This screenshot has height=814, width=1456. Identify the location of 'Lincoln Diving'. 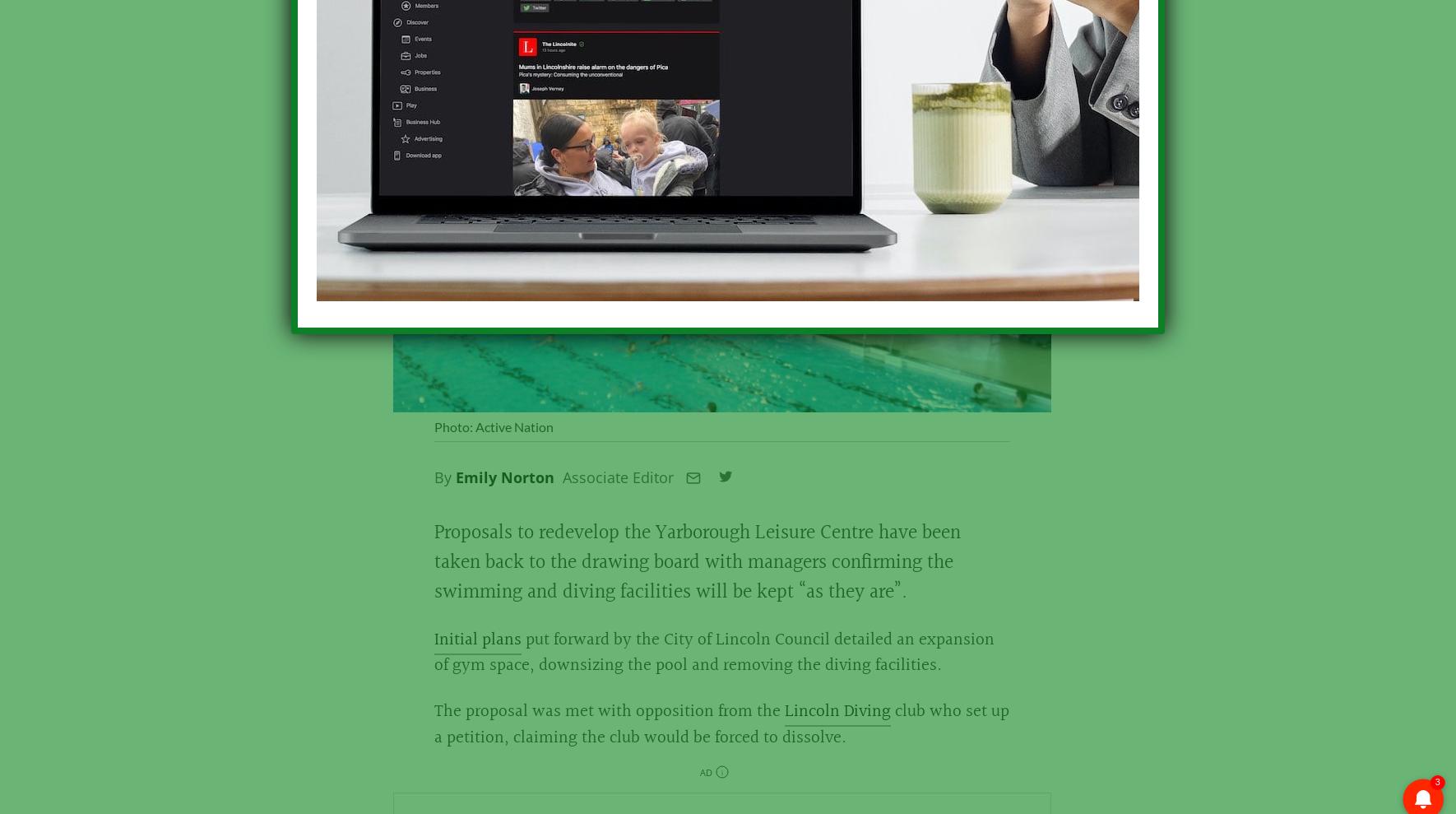
(836, 721).